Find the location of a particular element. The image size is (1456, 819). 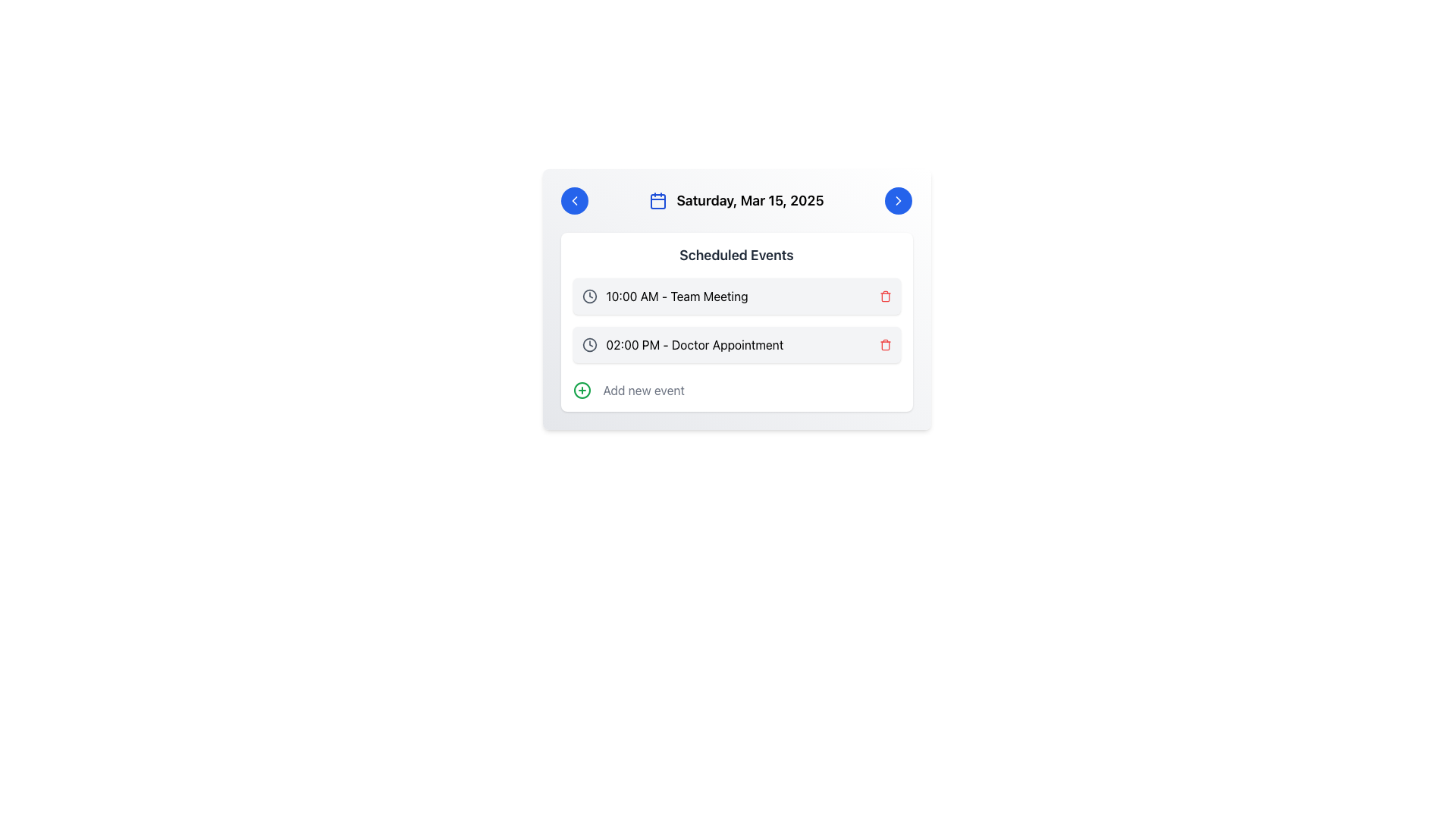

the right-facing chevron icon styled as a vector graphic, which is embedded in a blue circular button in the header of the card component is located at coordinates (899, 200).